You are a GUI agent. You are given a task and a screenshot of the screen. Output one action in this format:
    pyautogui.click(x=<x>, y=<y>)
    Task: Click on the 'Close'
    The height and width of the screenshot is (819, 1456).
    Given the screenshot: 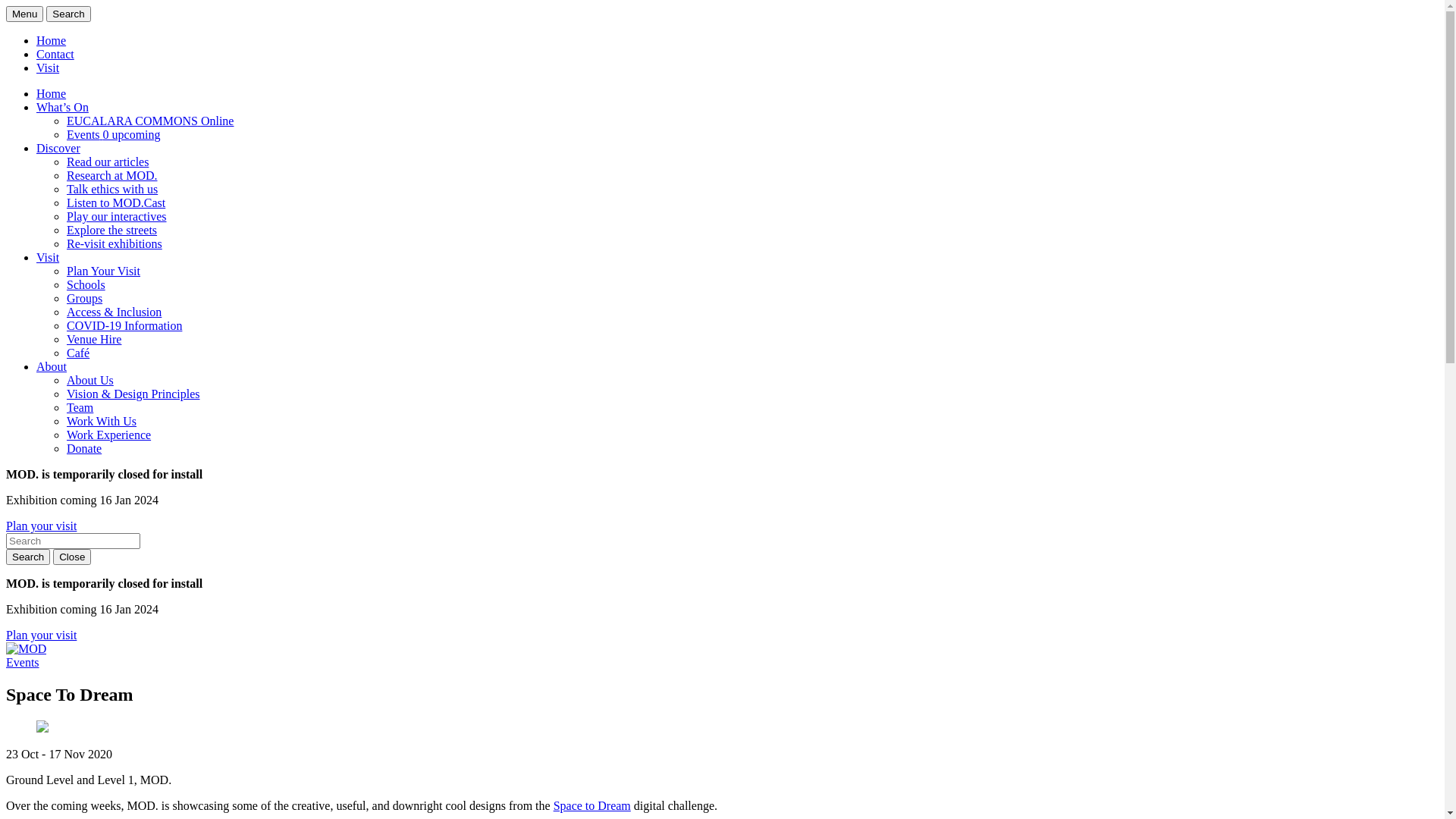 What is the action you would take?
    pyautogui.click(x=71, y=557)
    